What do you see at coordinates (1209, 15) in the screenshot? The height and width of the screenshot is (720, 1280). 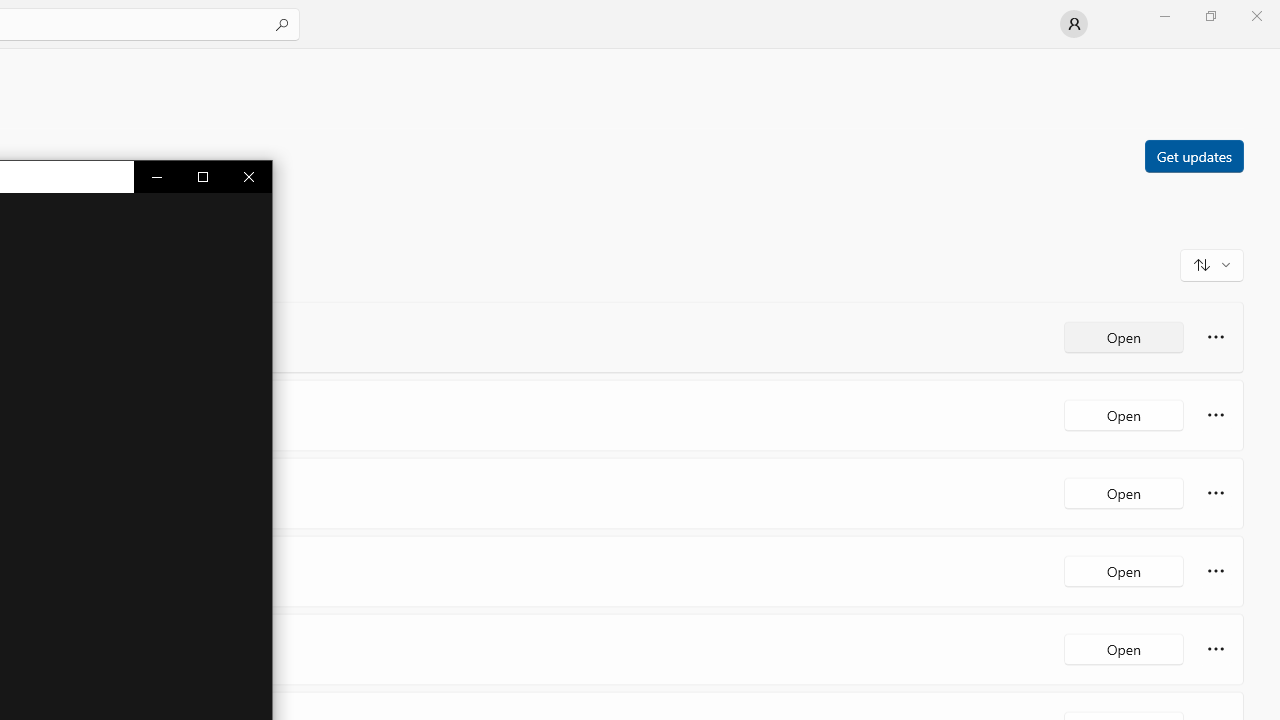 I see `'Restore Microsoft Store'` at bounding box center [1209, 15].